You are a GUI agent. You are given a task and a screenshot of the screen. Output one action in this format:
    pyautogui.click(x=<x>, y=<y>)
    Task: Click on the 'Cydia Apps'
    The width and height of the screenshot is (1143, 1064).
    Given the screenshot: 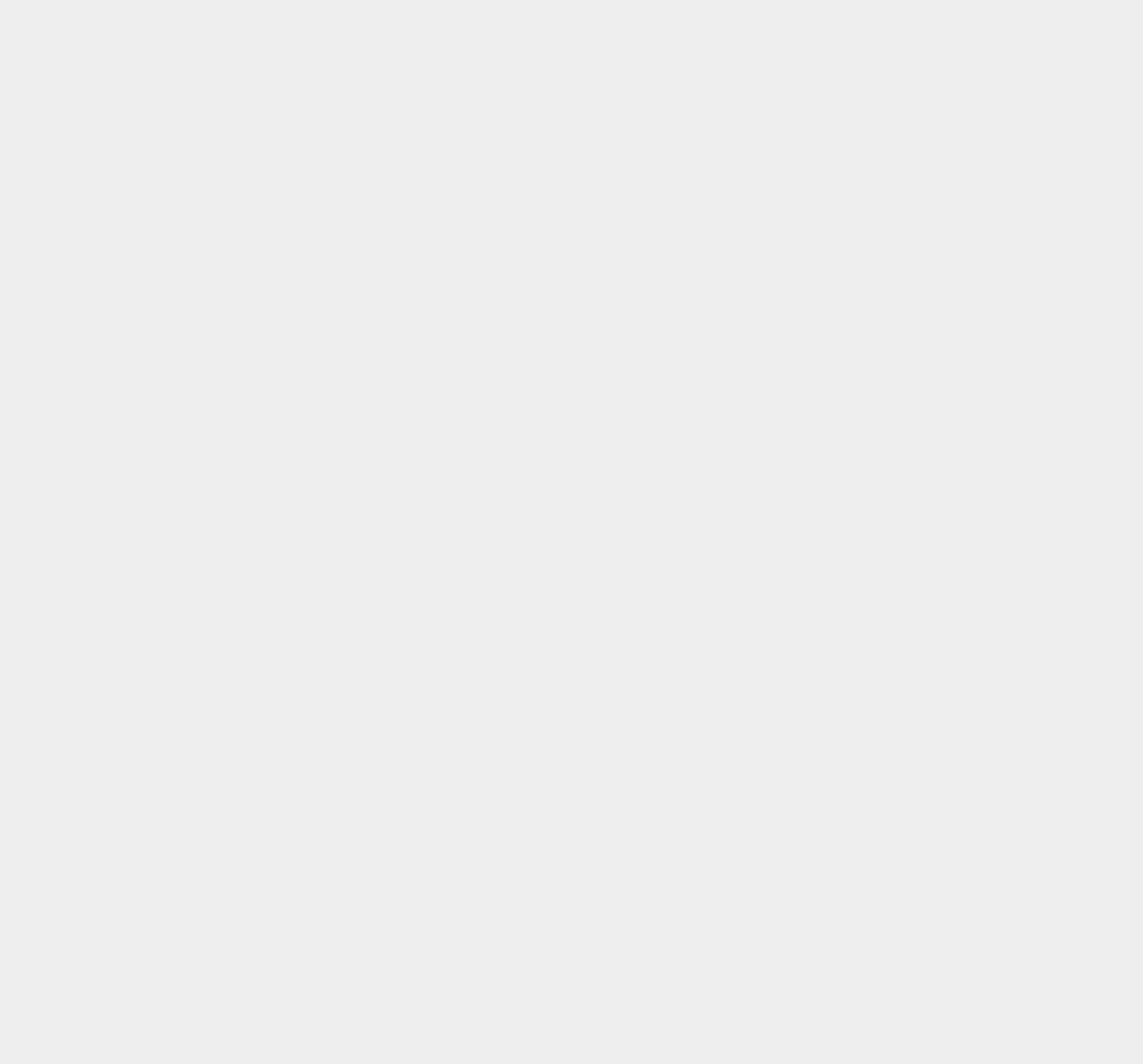 What is the action you would take?
    pyautogui.click(x=842, y=42)
    